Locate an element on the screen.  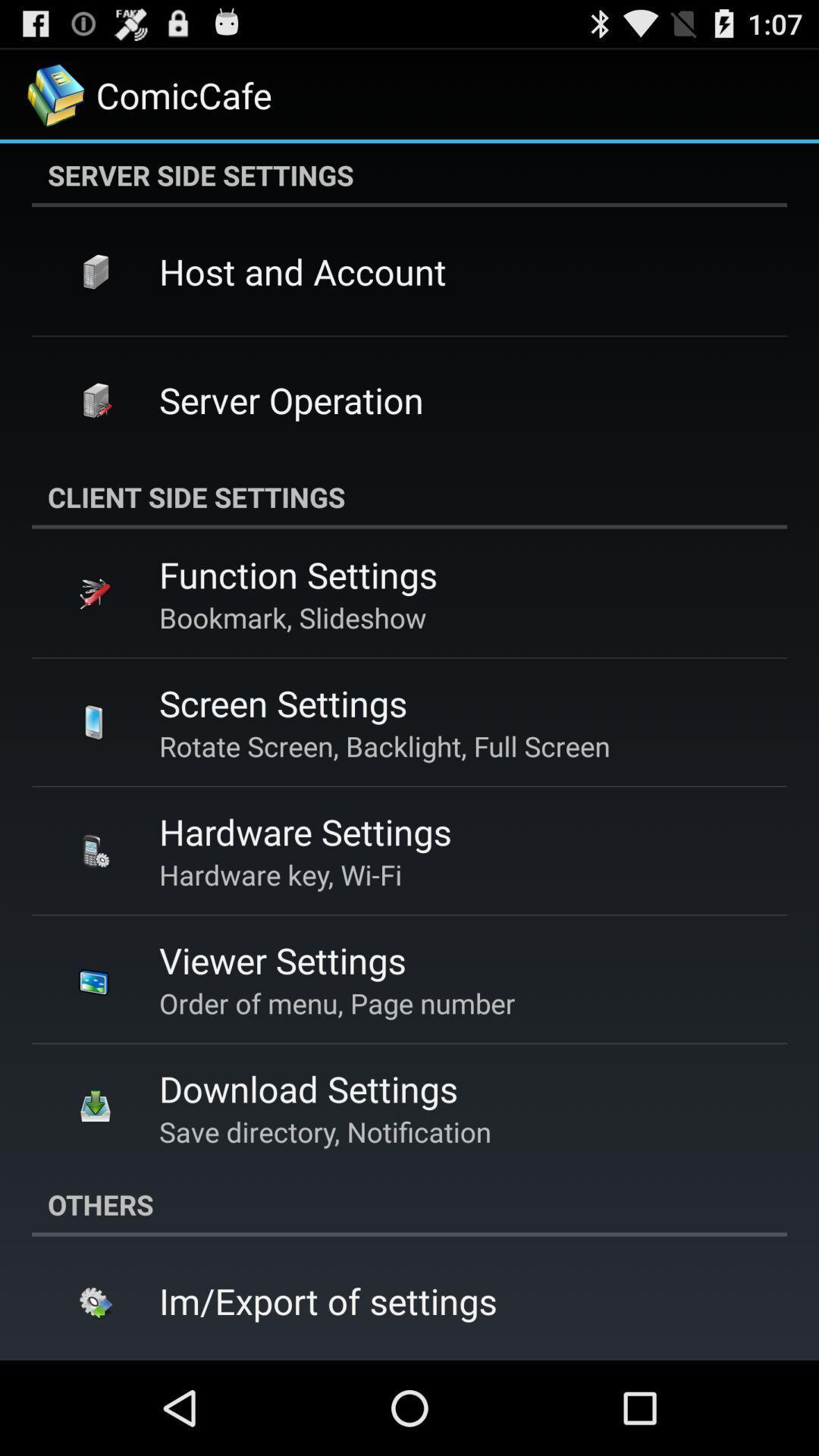
save directory, notification app is located at coordinates (324, 1131).